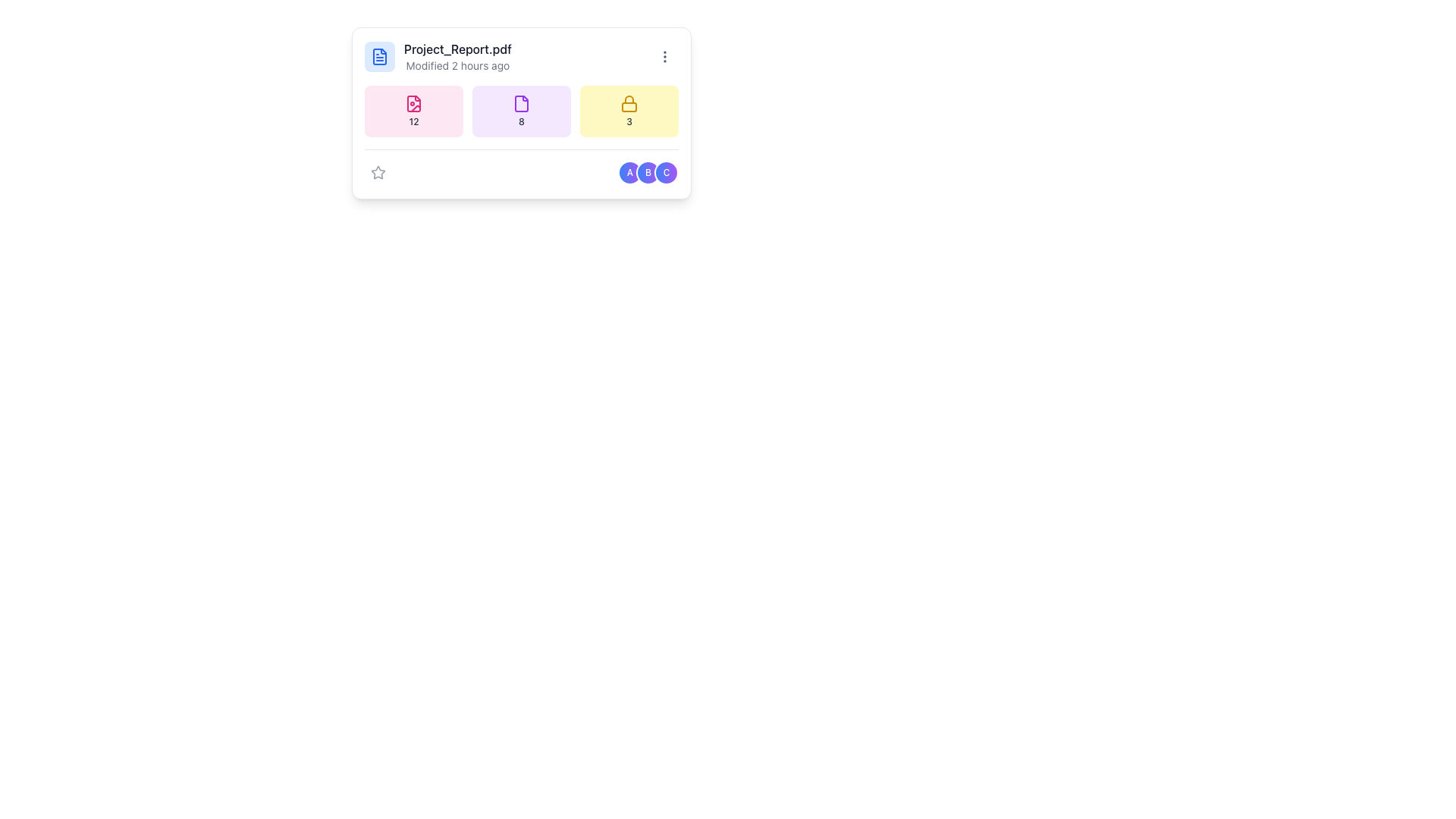 The image size is (1456, 819). I want to click on the Star icon button located at the bottom-left corner of the document details card to change its appearance, so click(378, 171).